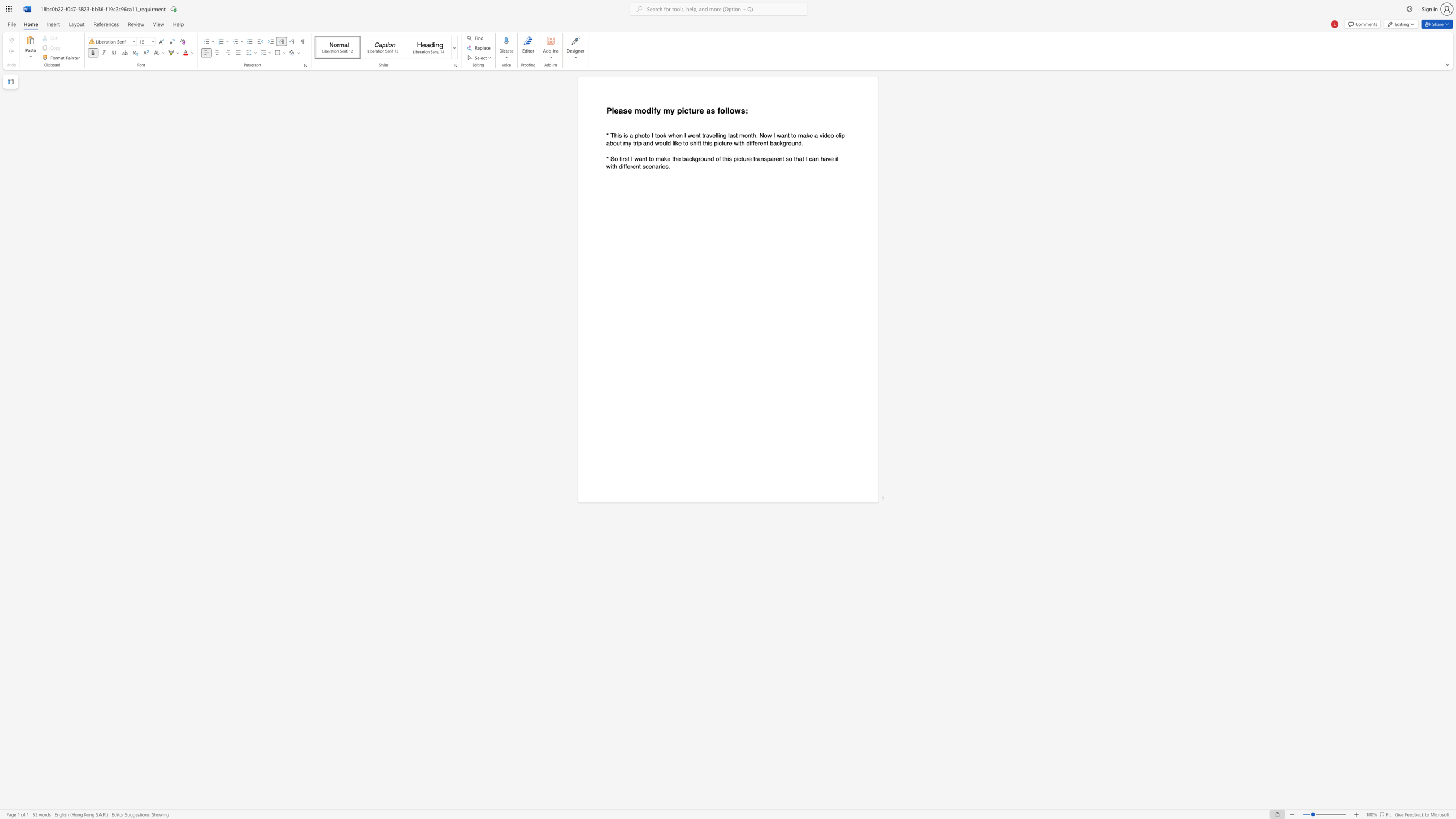  Describe the element at coordinates (705, 110) in the screenshot. I see `the subset text "as follo" within the text "my picture as follows:"` at that location.